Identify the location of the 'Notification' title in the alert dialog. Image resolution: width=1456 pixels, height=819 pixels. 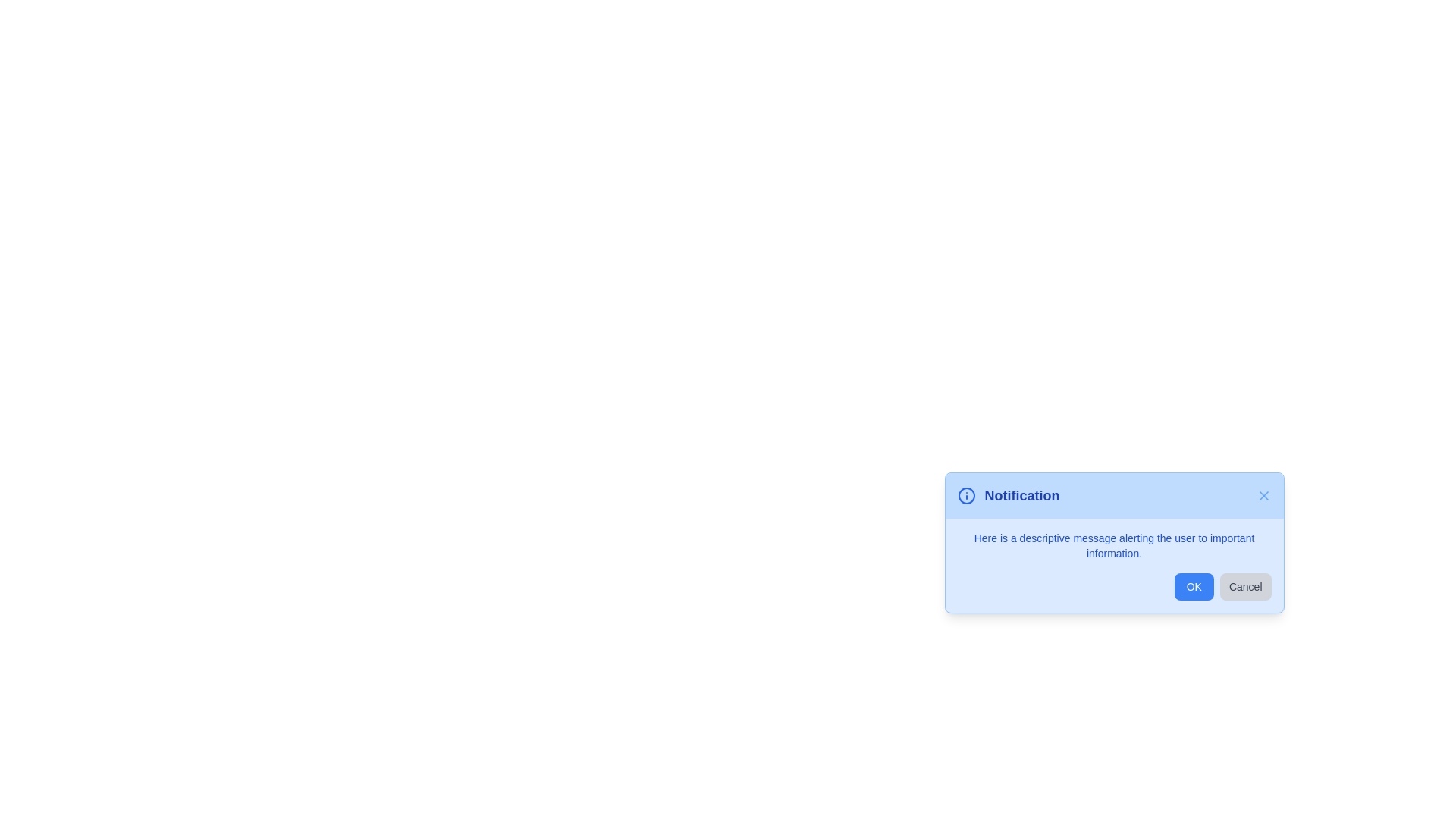
(1022, 496).